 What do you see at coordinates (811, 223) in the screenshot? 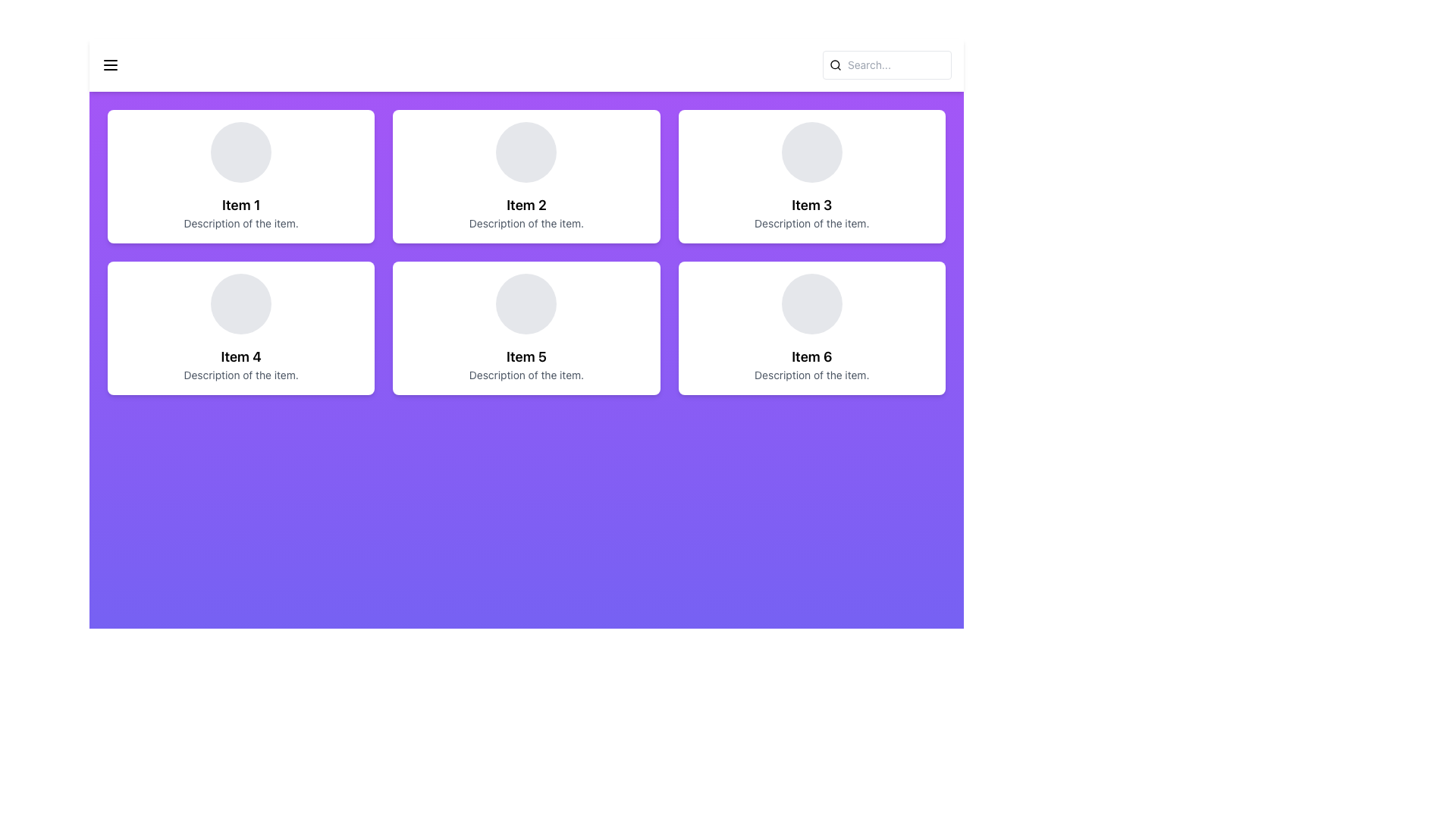
I see `text label providing additional information about 'Item 3', located at the bottom of the corresponding card in the top-right corner of the grid` at bounding box center [811, 223].